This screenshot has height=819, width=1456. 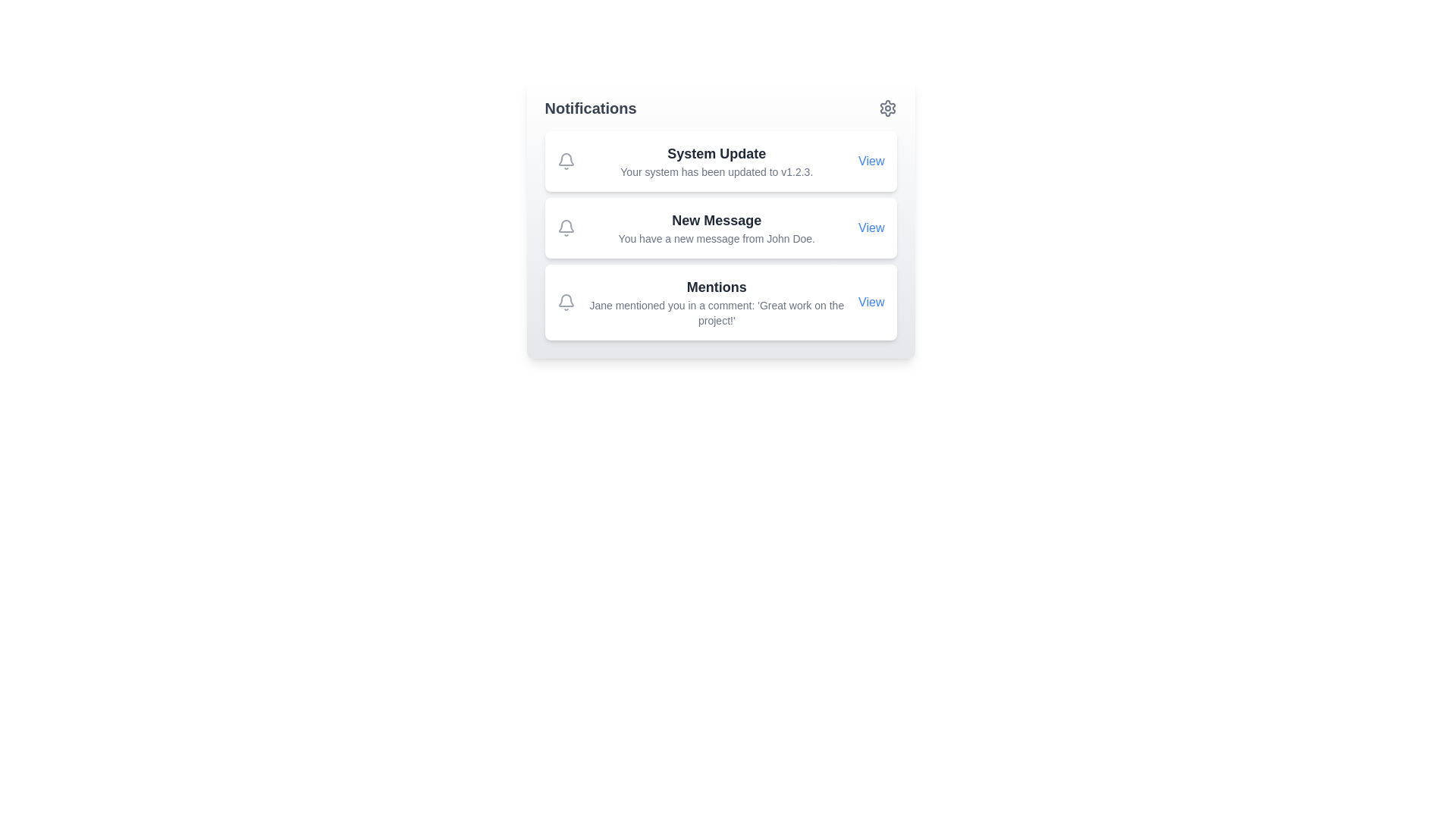 What do you see at coordinates (871, 227) in the screenshot?
I see `'View' button for the notification titled 'New Message'` at bounding box center [871, 227].